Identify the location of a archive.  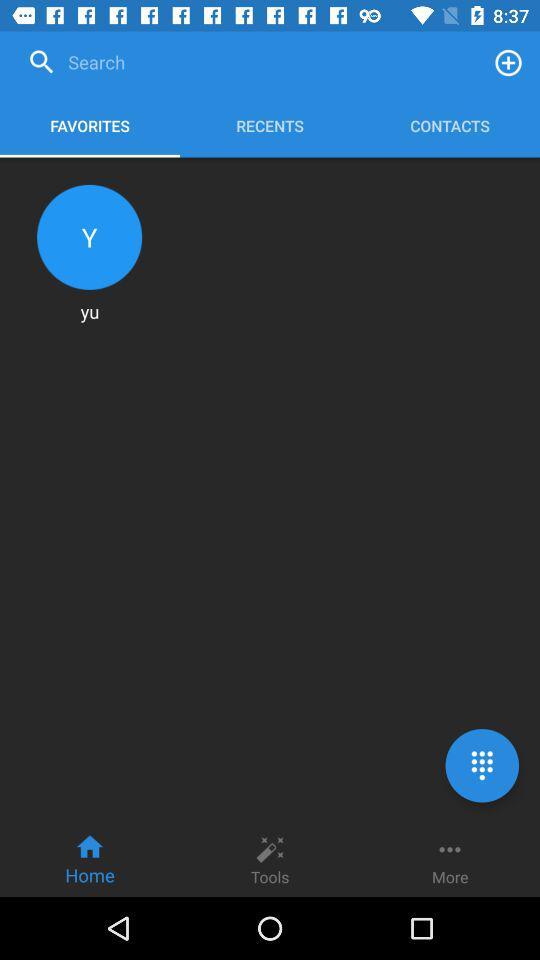
(508, 62).